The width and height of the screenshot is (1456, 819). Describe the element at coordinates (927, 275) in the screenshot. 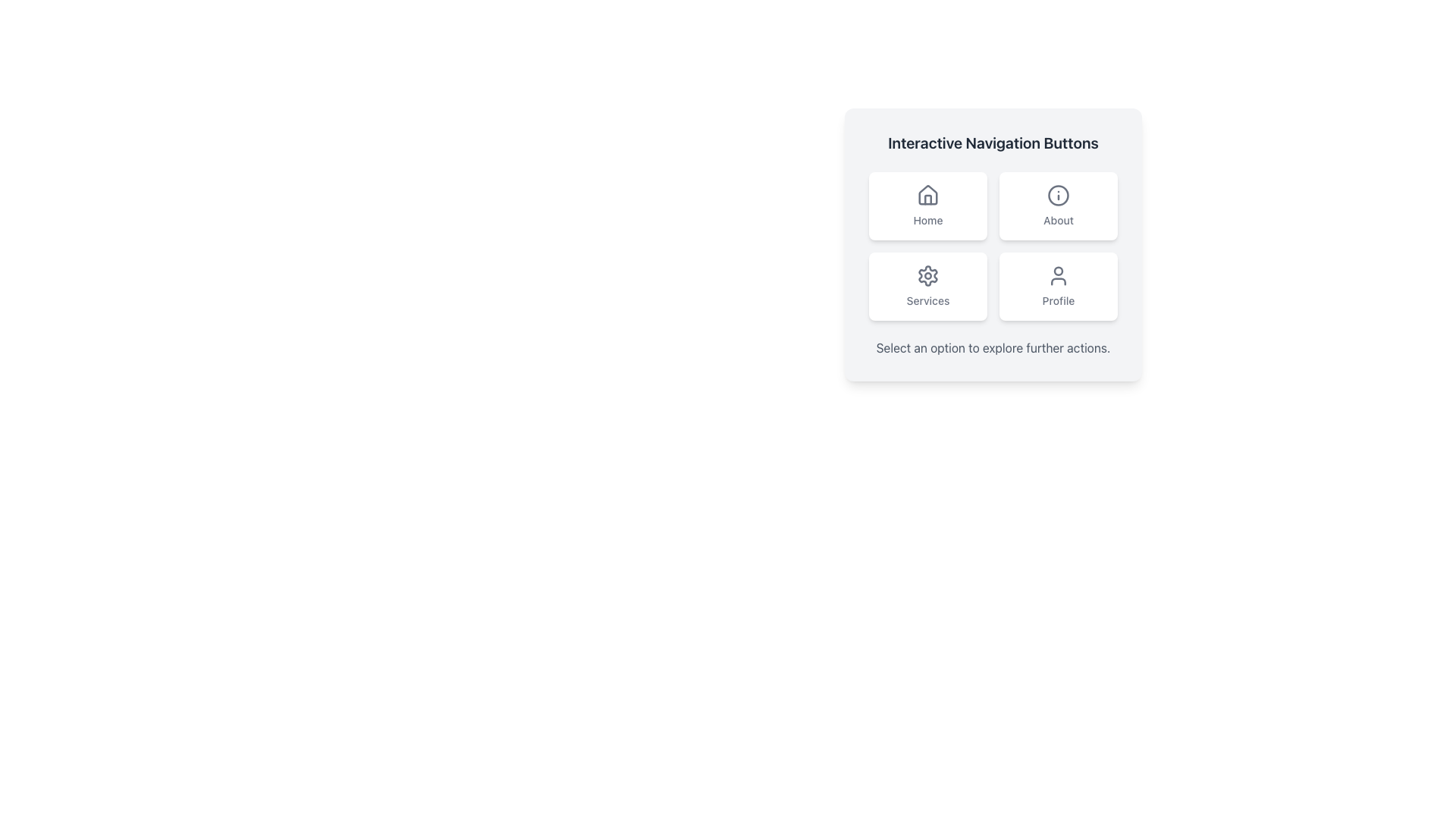

I see `the gear icon, which is centrally located above the 'Services' button in a 2x2 grid of navigation options` at that location.